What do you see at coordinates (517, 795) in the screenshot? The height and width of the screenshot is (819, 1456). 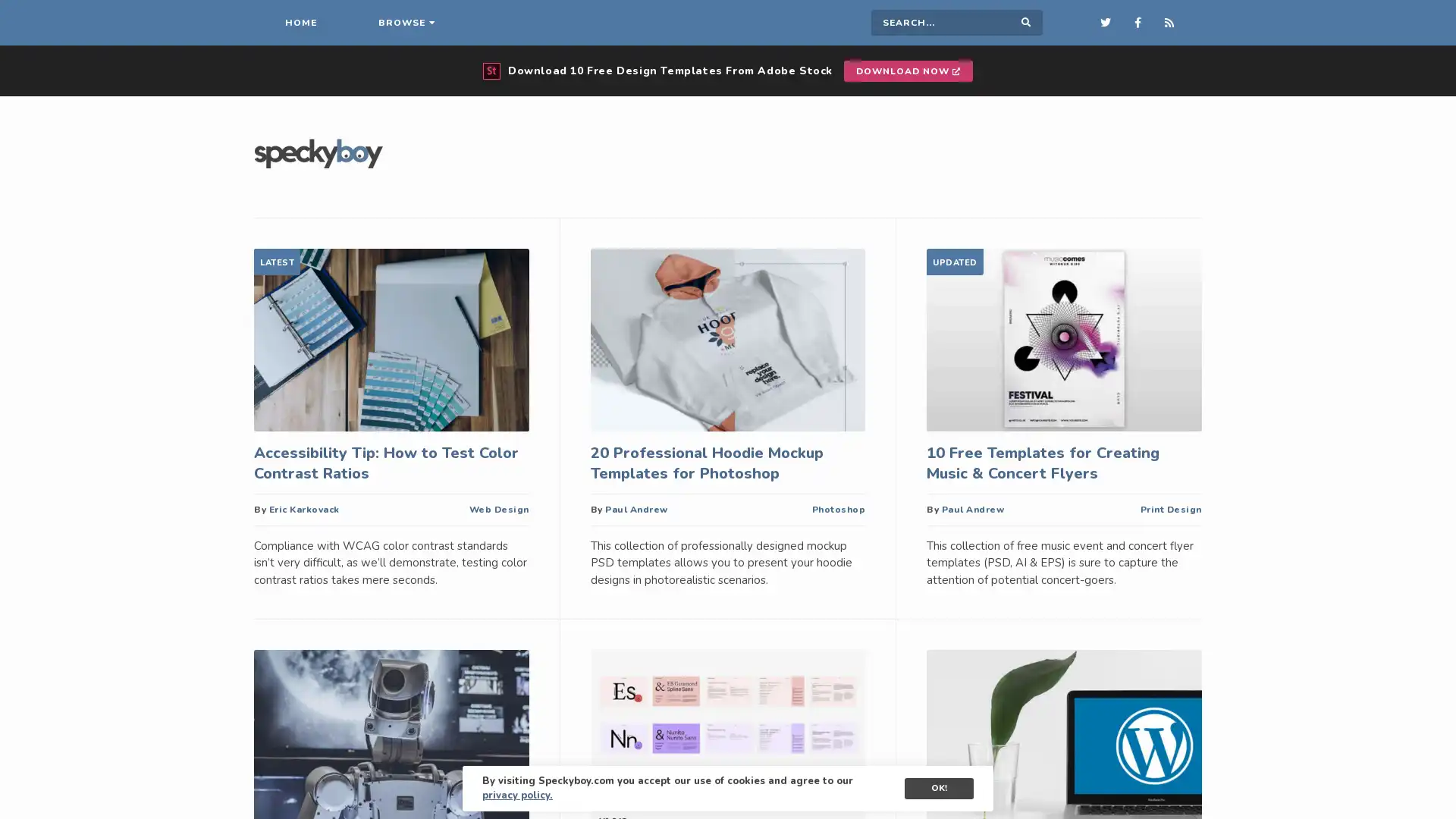 I see `learn more about cookies` at bounding box center [517, 795].